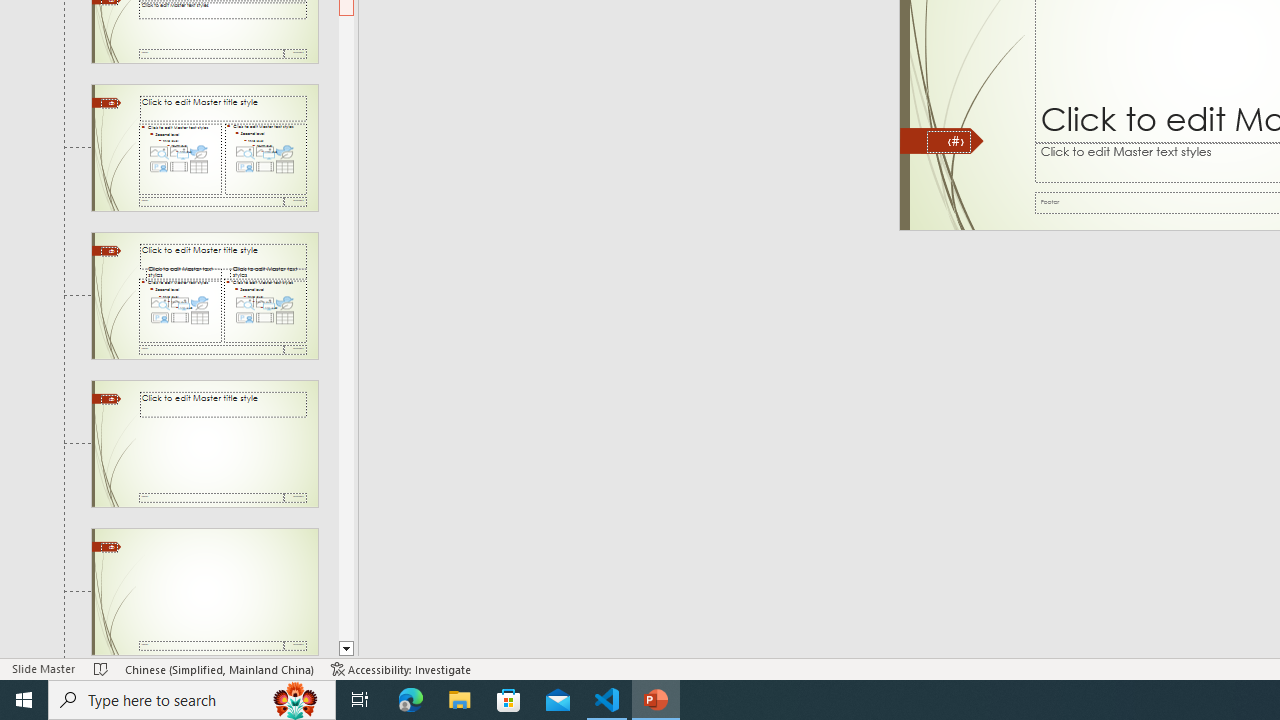 Image resolution: width=1280 pixels, height=720 pixels. Describe the element at coordinates (204, 296) in the screenshot. I see `'Slide Comparison Layout: used by no slides'` at that location.